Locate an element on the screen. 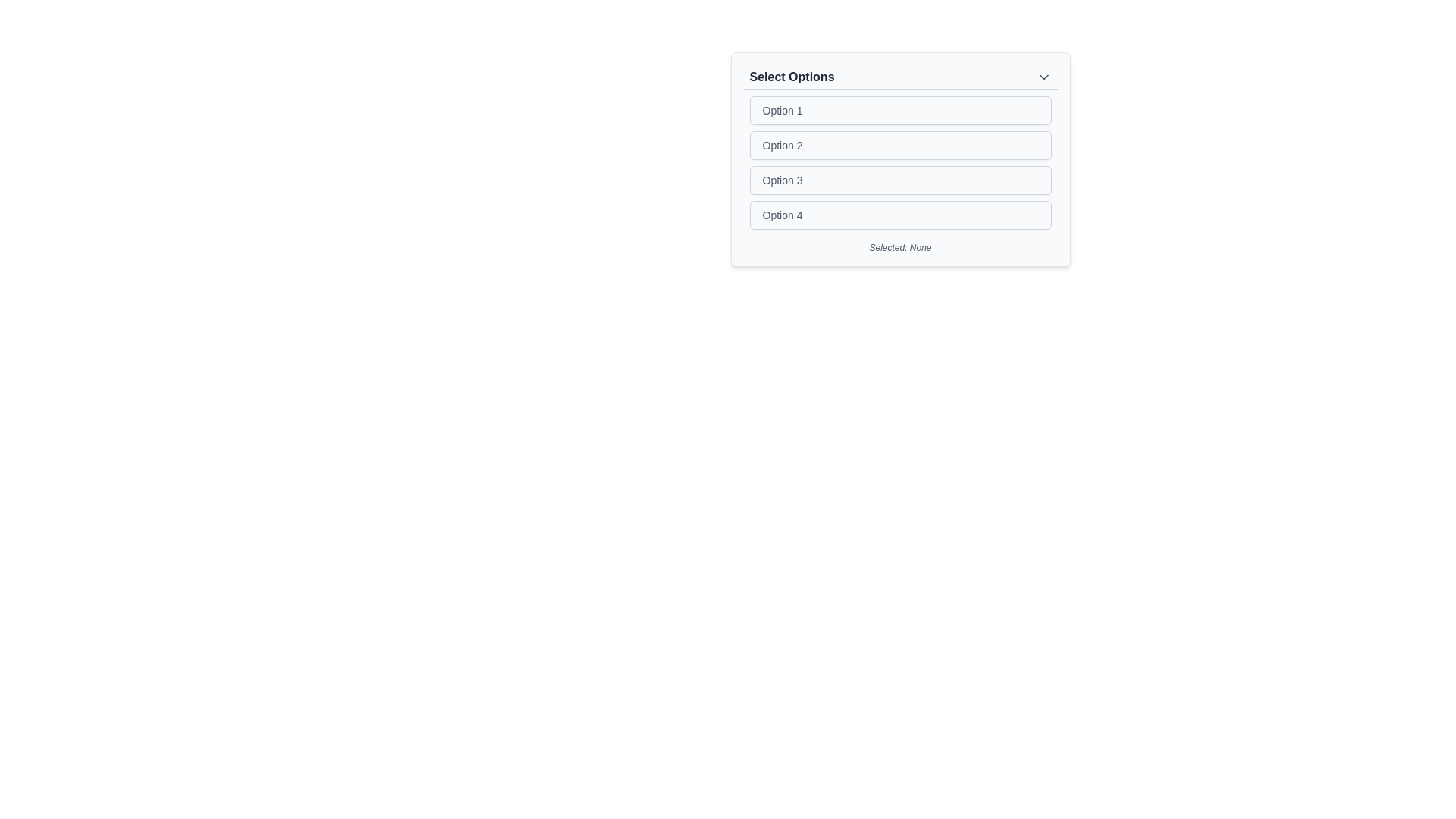  the text label displaying 'Option 4', which is styled to suggest a selectable button within the 'Select Options' dropdown list is located at coordinates (783, 215).